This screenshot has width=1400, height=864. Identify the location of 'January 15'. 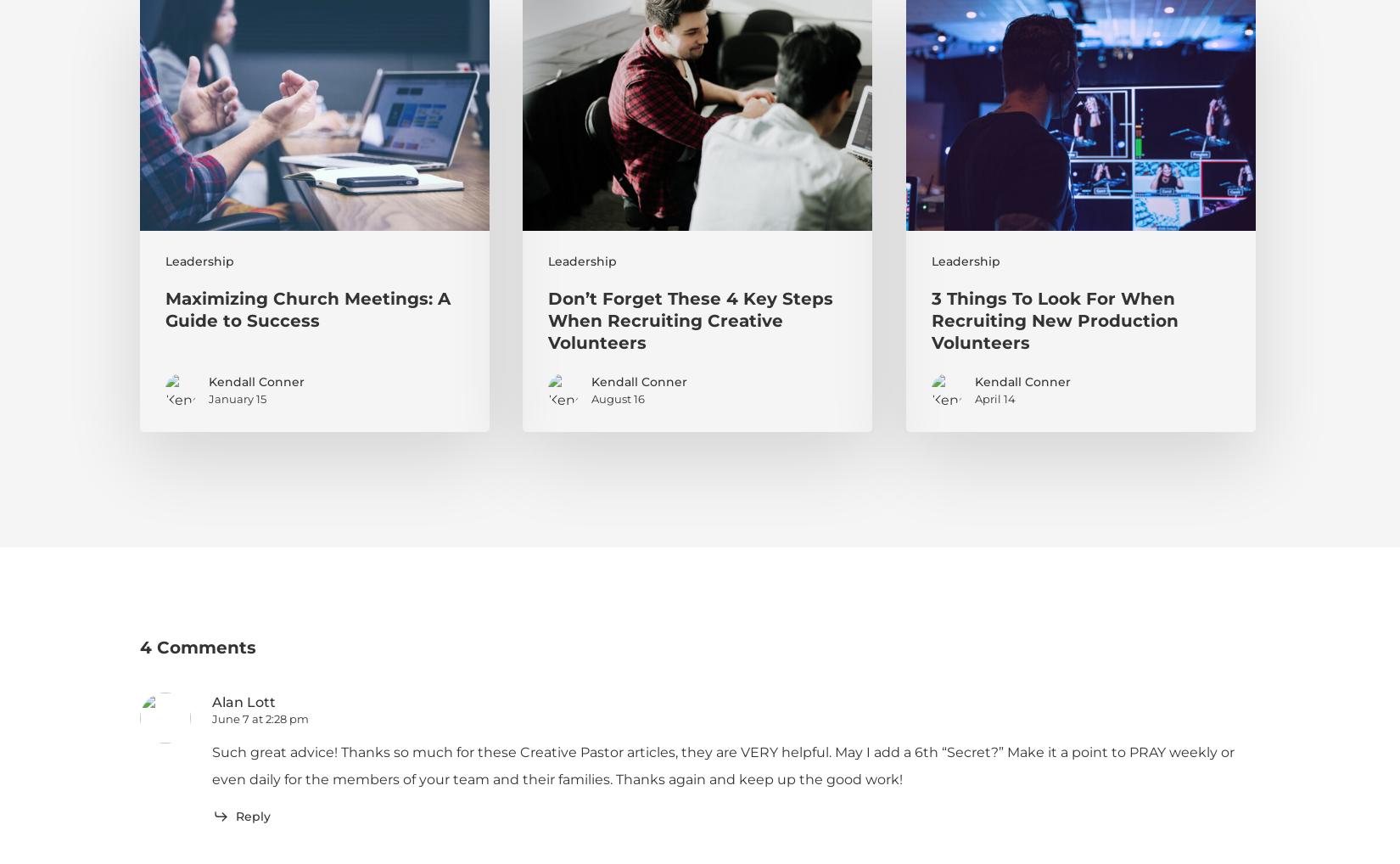
(238, 399).